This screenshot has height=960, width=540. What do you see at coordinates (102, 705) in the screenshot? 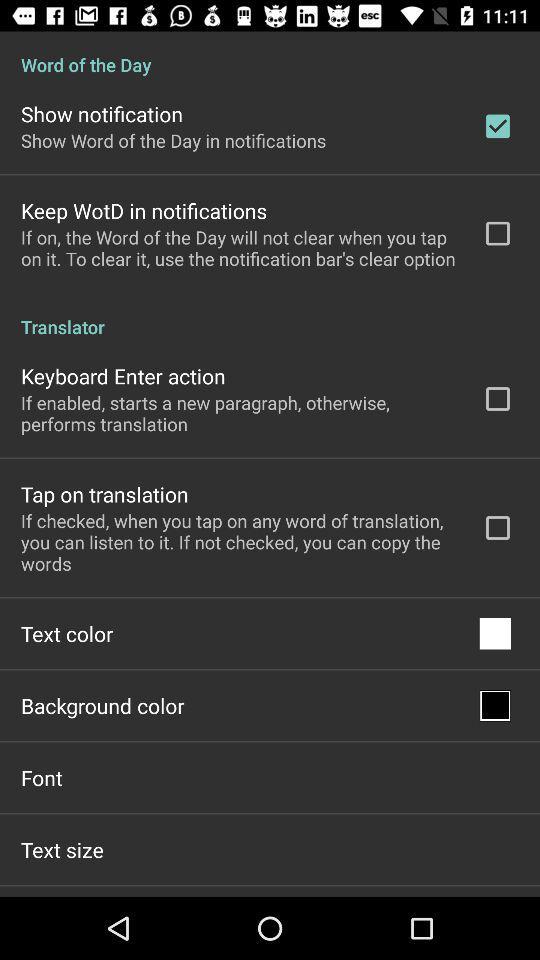
I see `background color` at bounding box center [102, 705].